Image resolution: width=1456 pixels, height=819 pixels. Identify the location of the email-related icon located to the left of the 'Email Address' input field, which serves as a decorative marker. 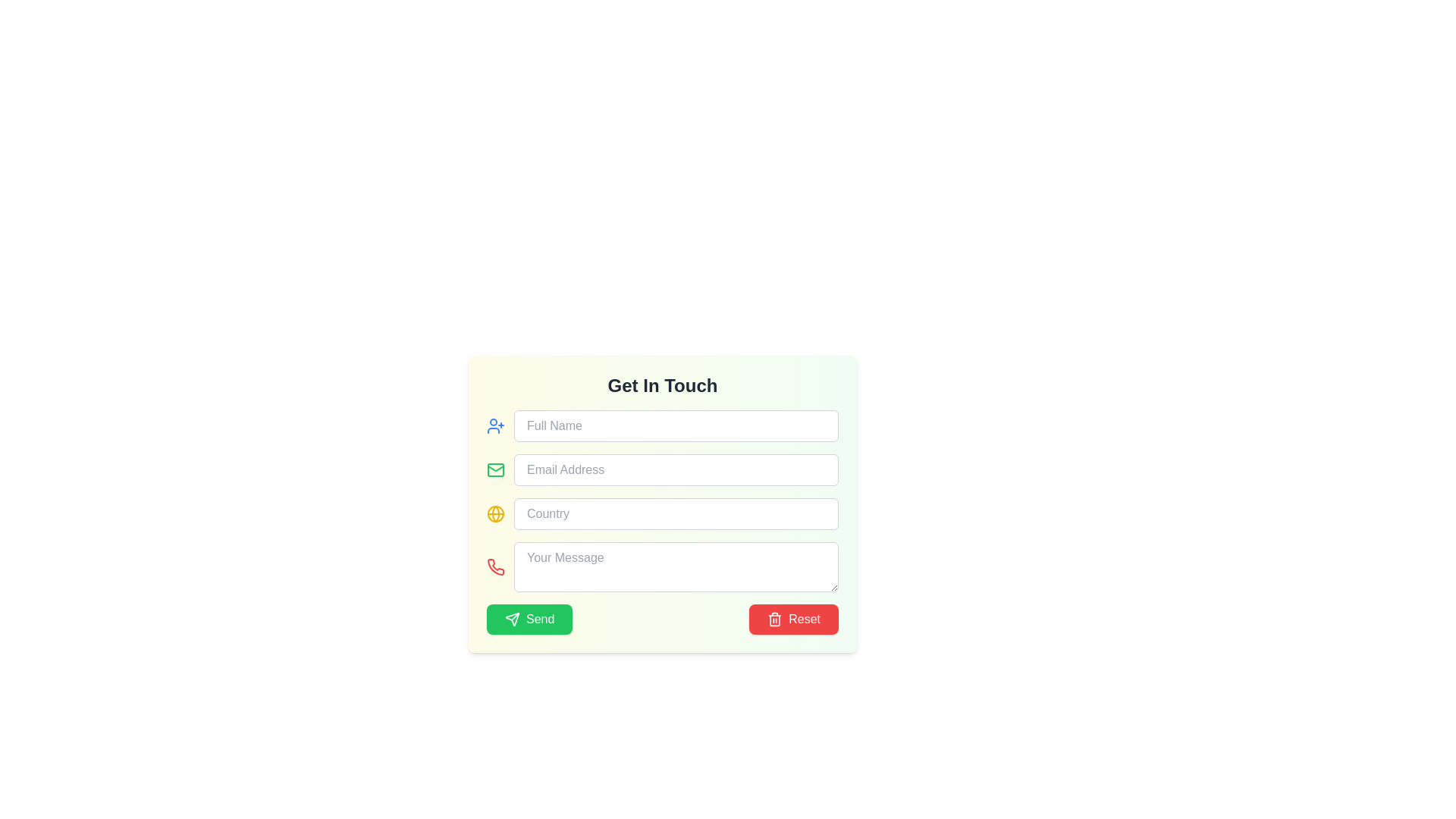
(495, 469).